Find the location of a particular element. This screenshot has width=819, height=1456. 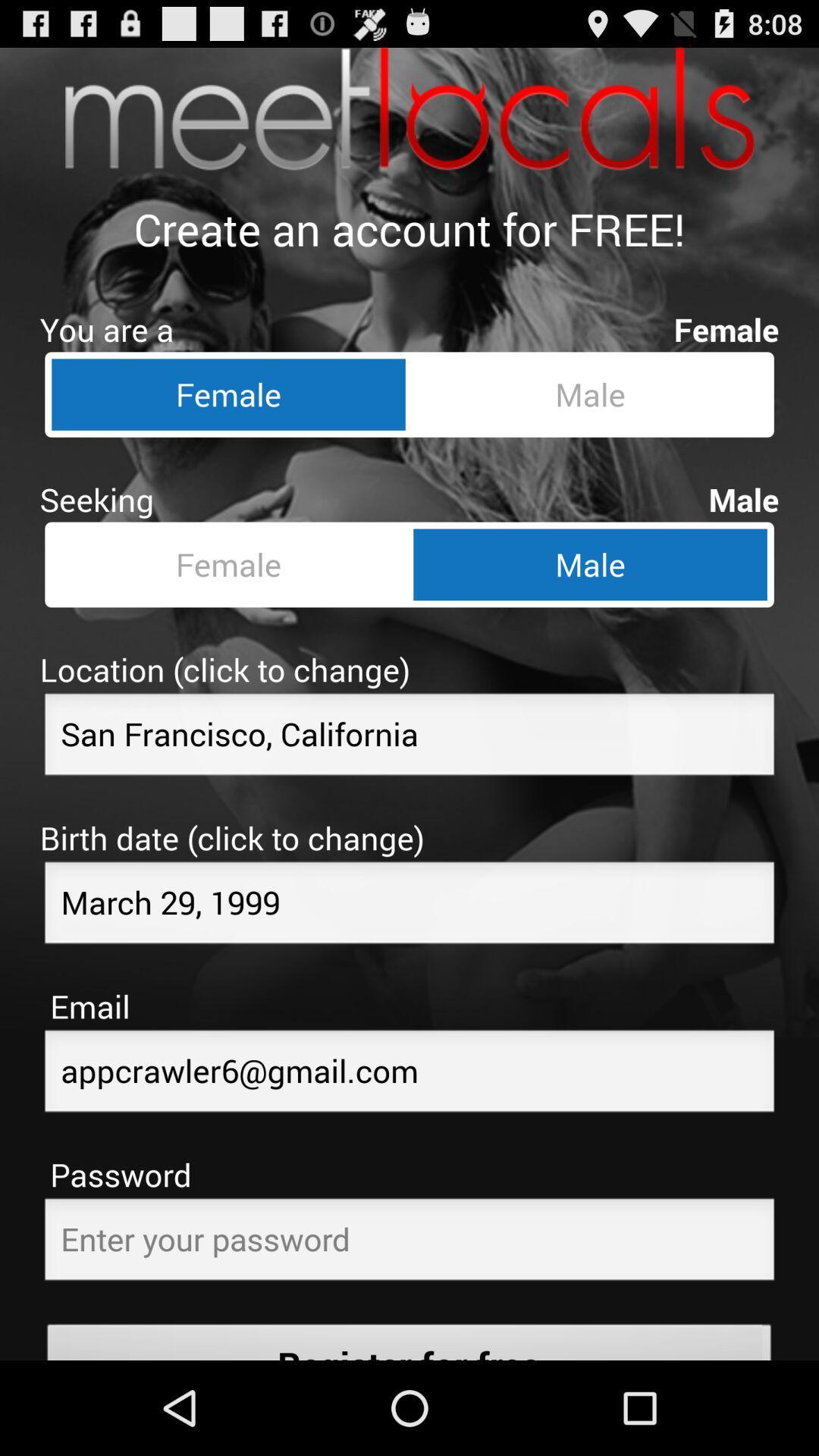

your password is located at coordinates (409, 1244).